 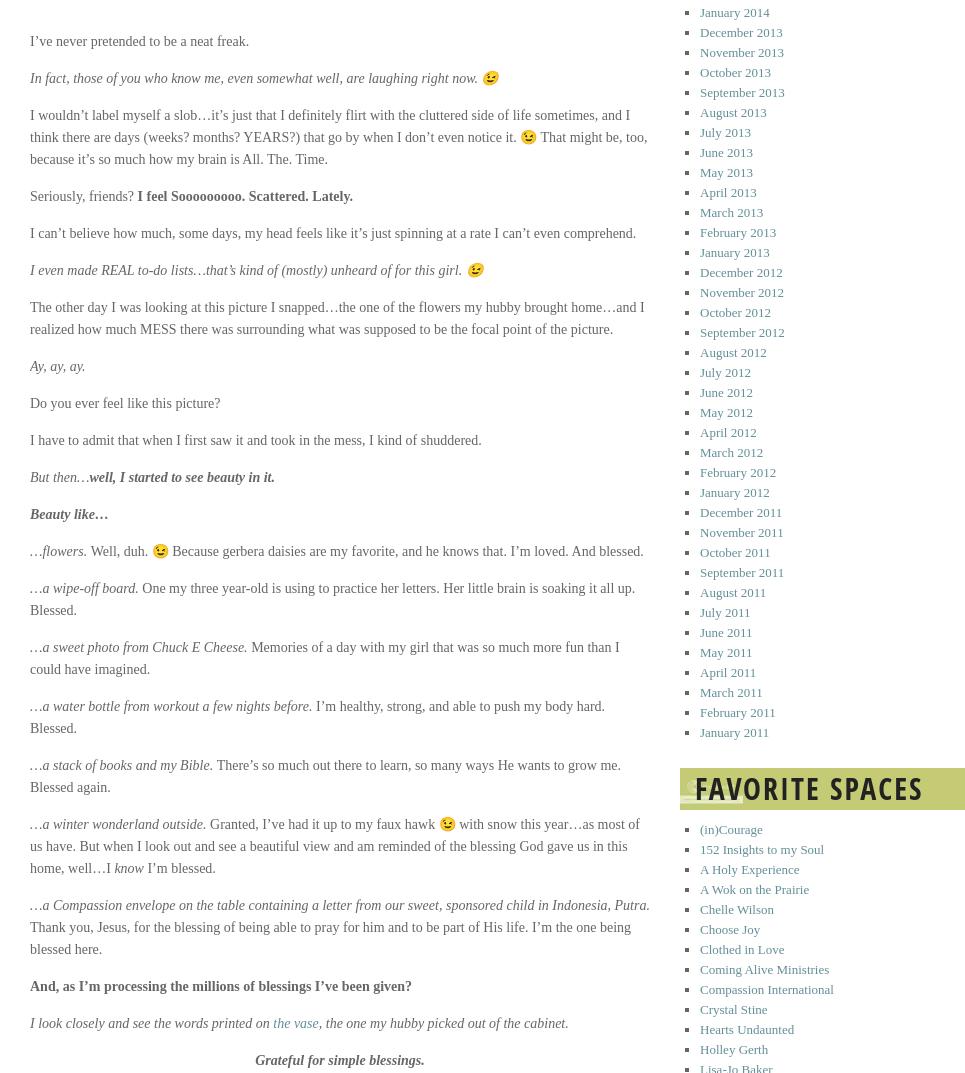 What do you see at coordinates (699, 949) in the screenshot?
I see `'Clothed in Love'` at bounding box center [699, 949].